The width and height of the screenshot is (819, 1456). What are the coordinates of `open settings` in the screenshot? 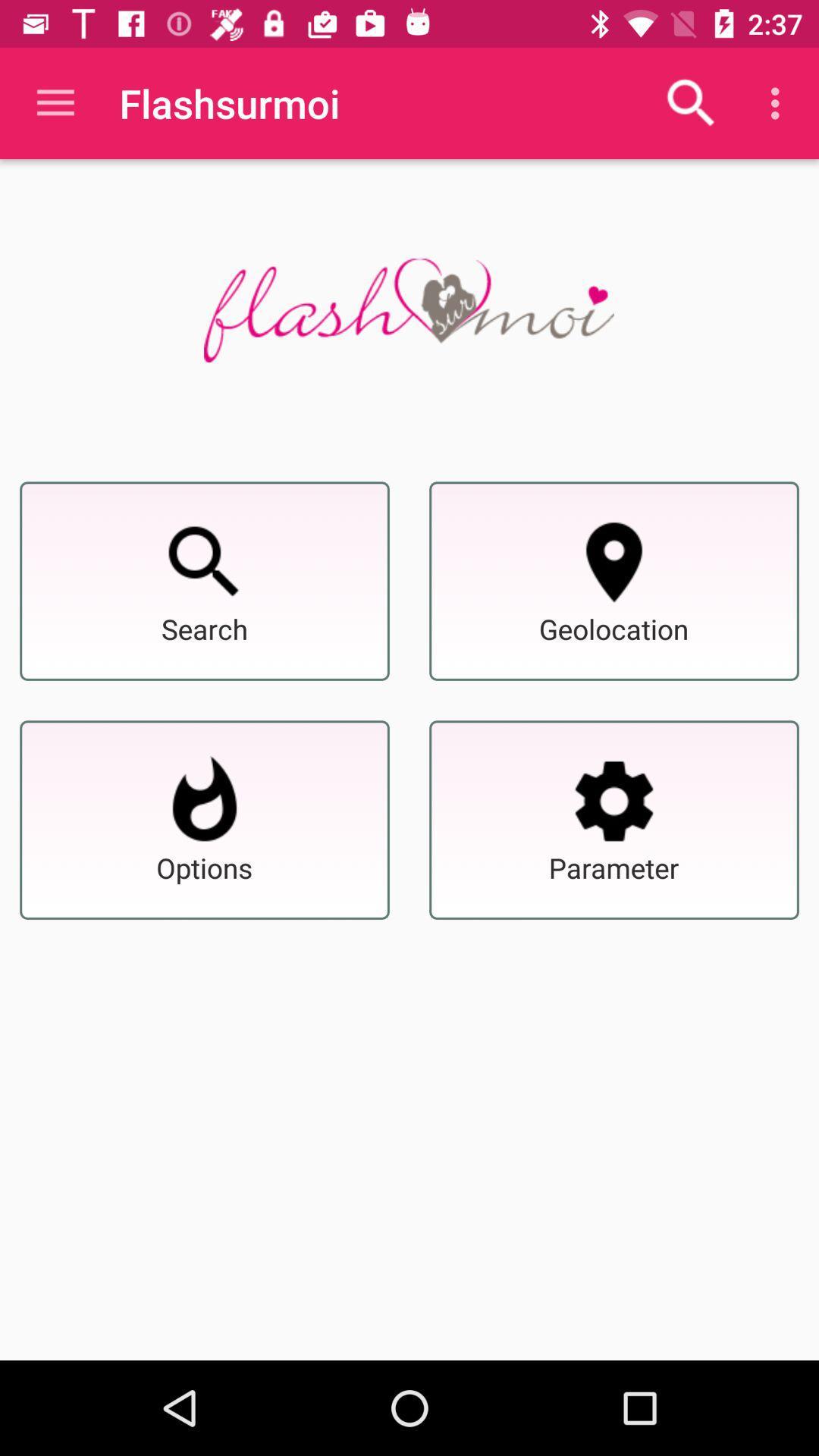 It's located at (614, 800).